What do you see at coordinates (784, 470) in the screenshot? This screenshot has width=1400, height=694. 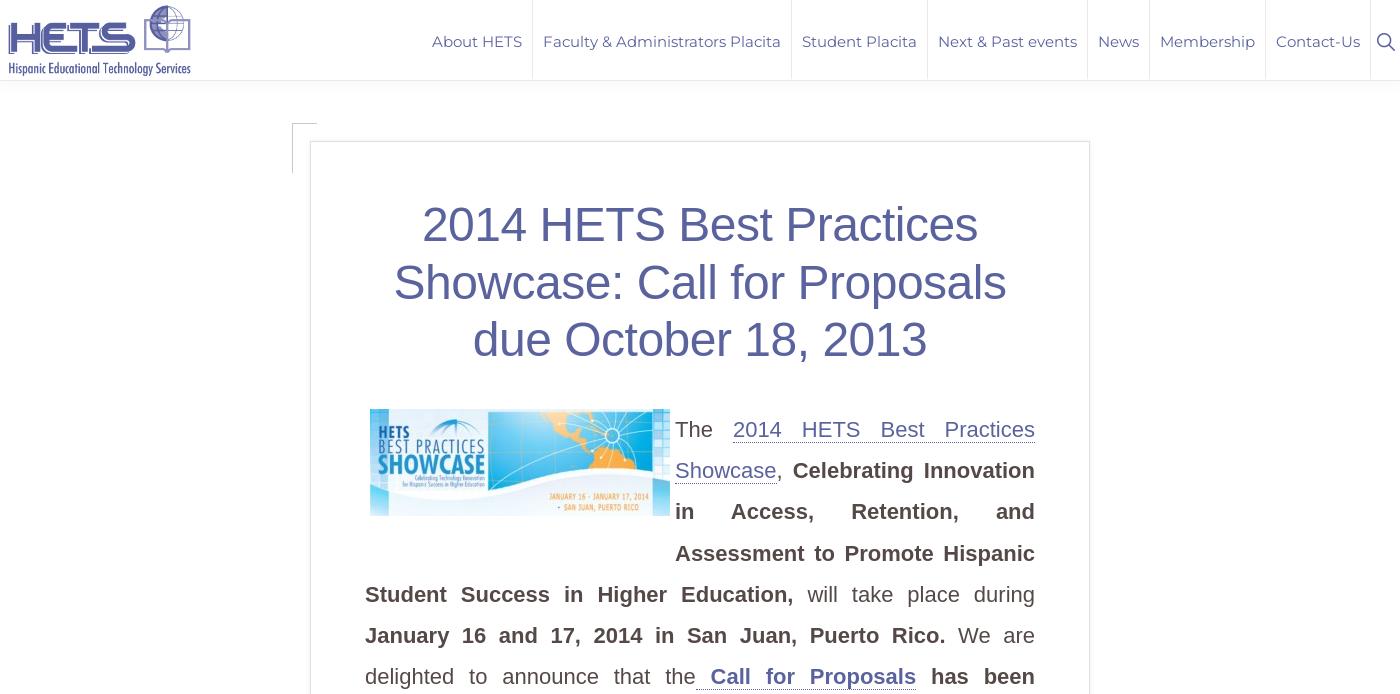 I see `','` at bounding box center [784, 470].